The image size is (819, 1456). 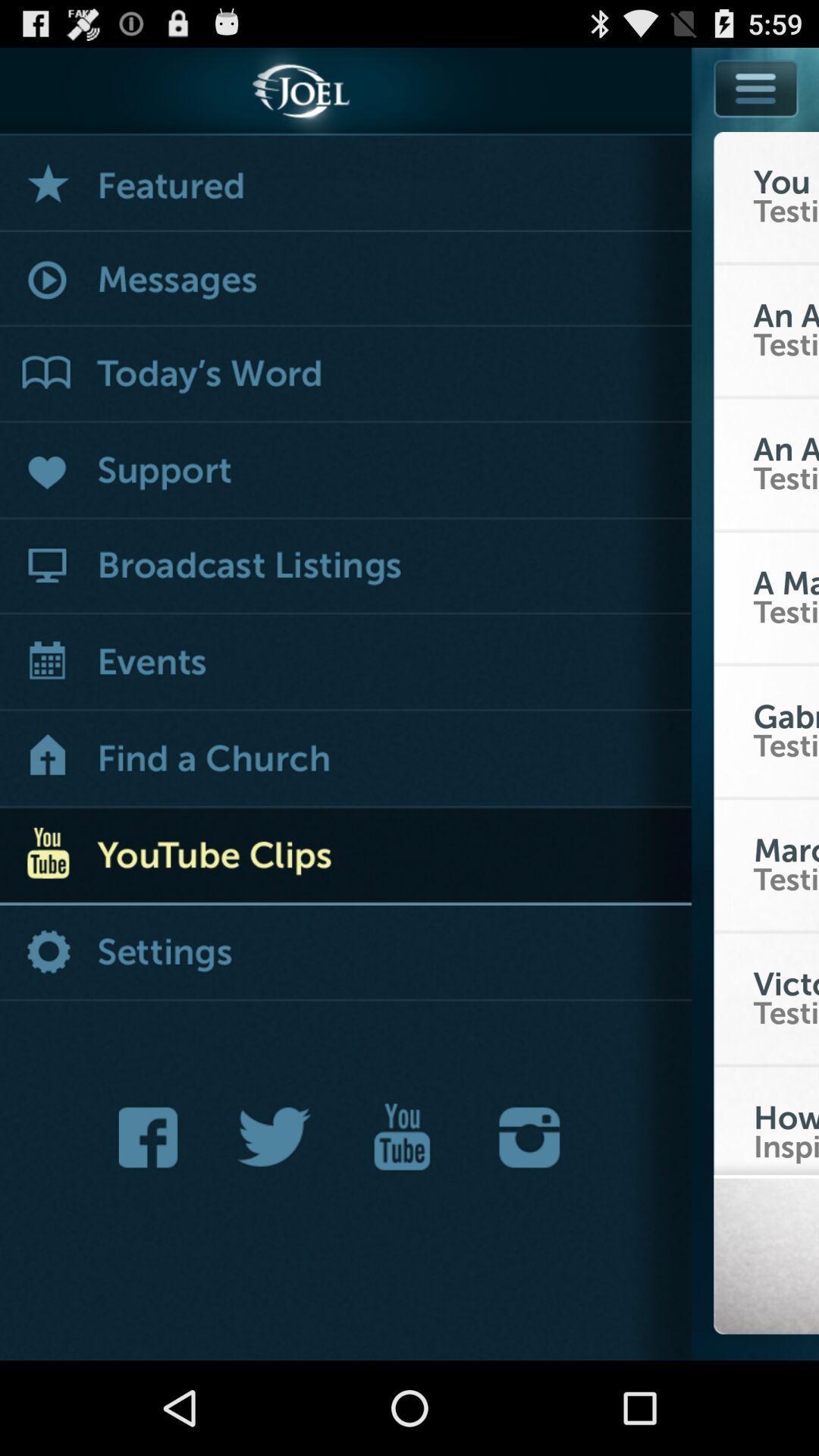 What do you see at coordinates (345, 183) in the screenshot?
I see `show featured items` at bounding box center [345, 183].